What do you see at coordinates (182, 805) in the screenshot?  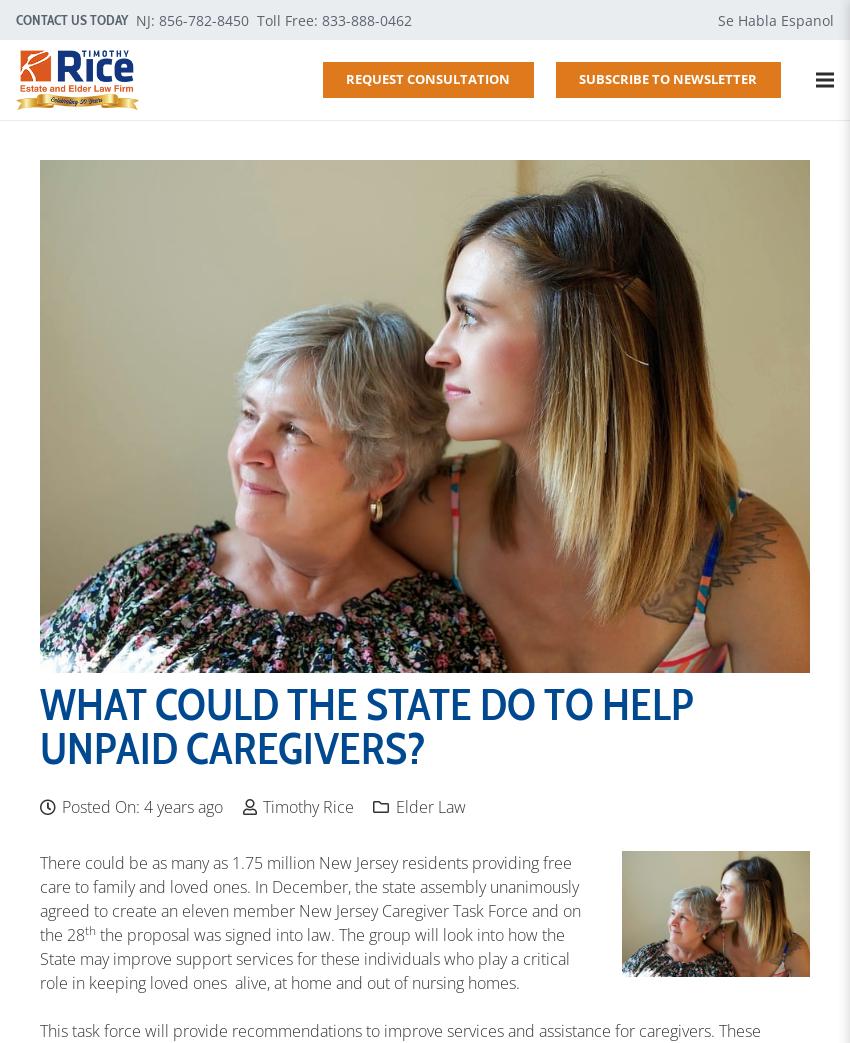 I see `'4 years ago'` at bounding box center [182, 805].